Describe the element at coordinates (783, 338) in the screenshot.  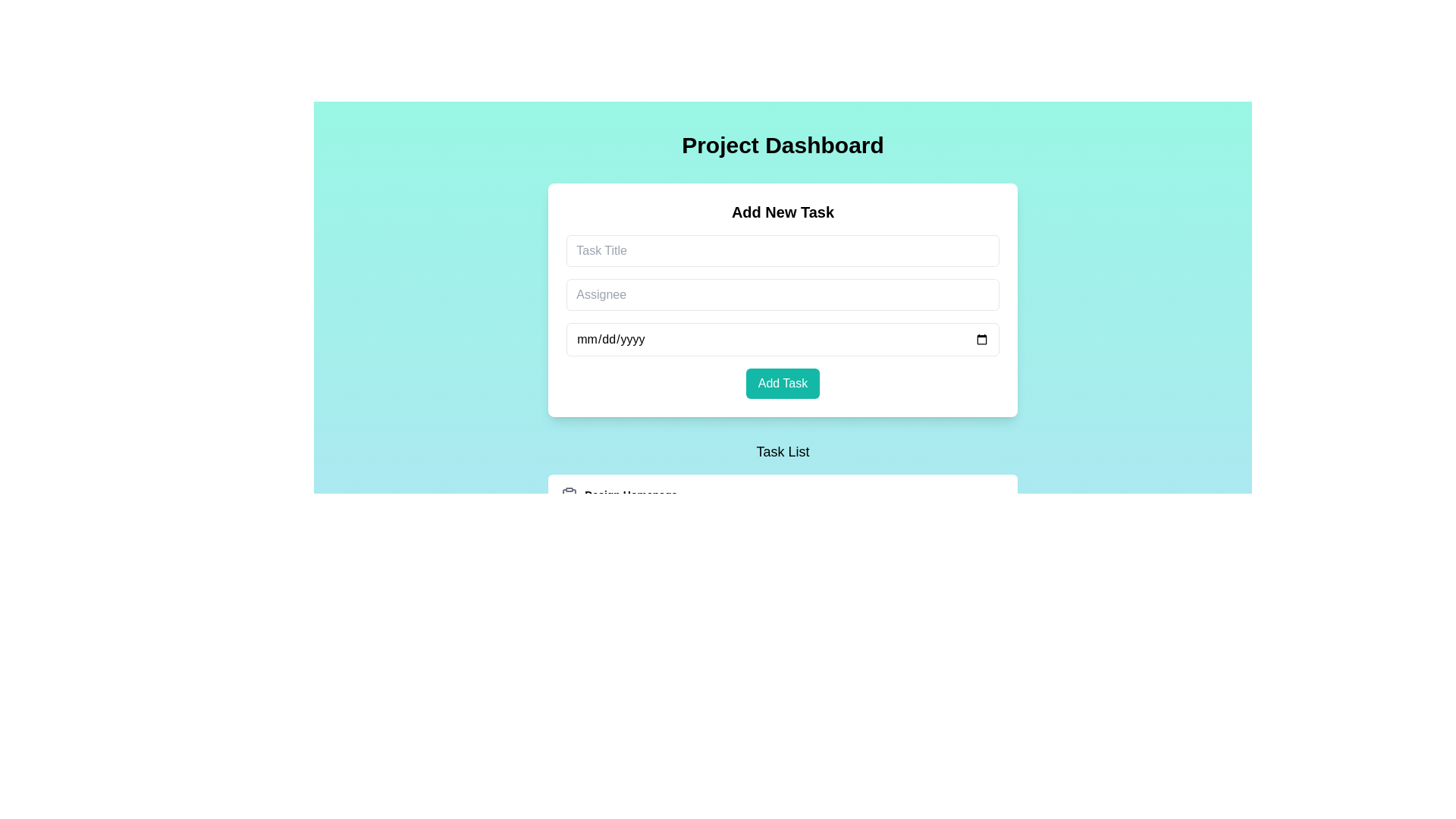
I see `to activate the Date input field located in the 'Add New Task' section, which is the third vertically stacked input field below the 'Task Title' and 'Assignee' fields` at that location.